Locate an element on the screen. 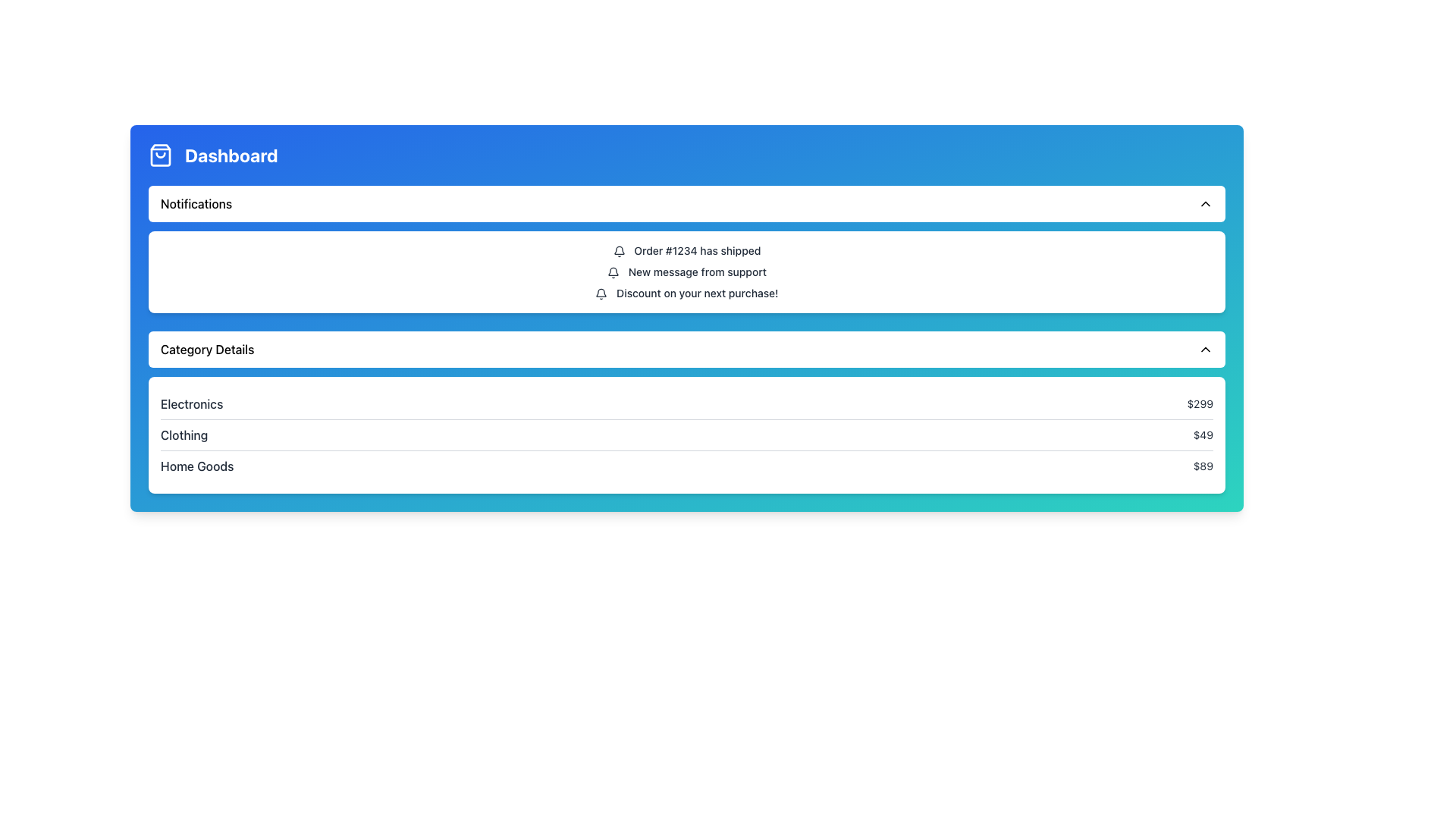  the third list item in the 'Category Details' section, which displays 'Home Goods' on the left and '$89' on the right, characterized by a clean style and a thin underline is located at coordinates (686, 465).